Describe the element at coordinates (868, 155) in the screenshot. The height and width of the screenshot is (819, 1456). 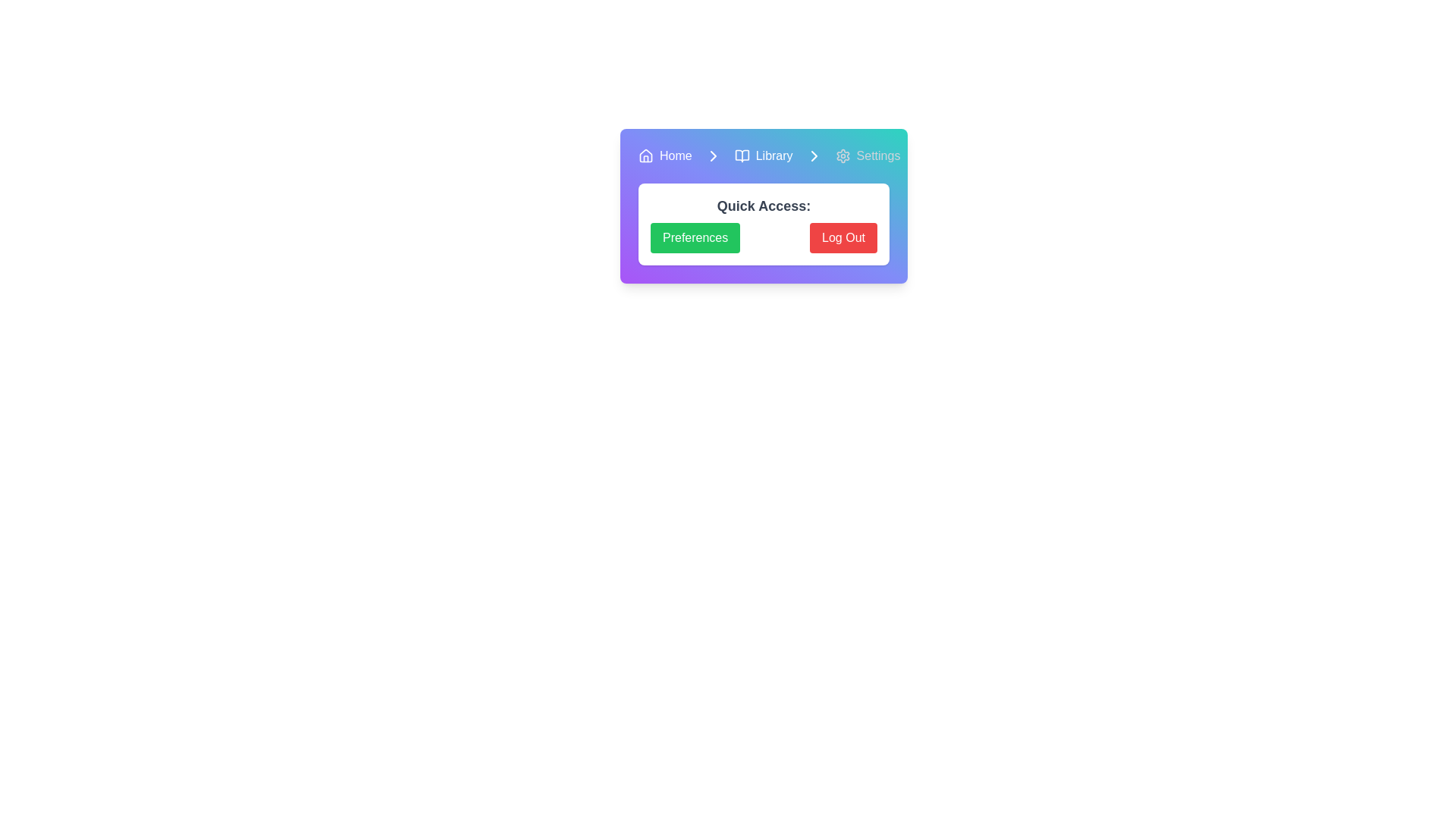
I see `the settings navigation item, which consists of a cogwheel icon and associated text, located at the top section of the interface, adjacent to 'Library'` at that location.